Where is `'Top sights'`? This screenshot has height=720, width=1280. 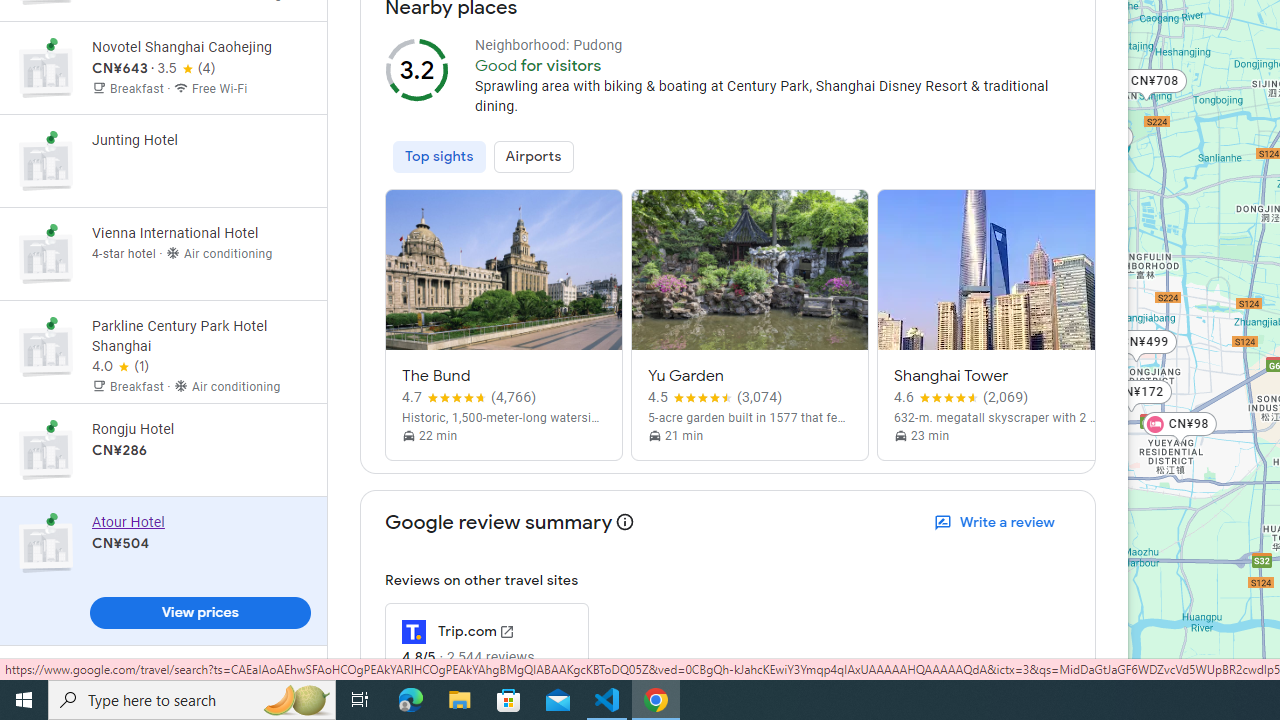
'Top sights' is located at coordinates (438, 155).